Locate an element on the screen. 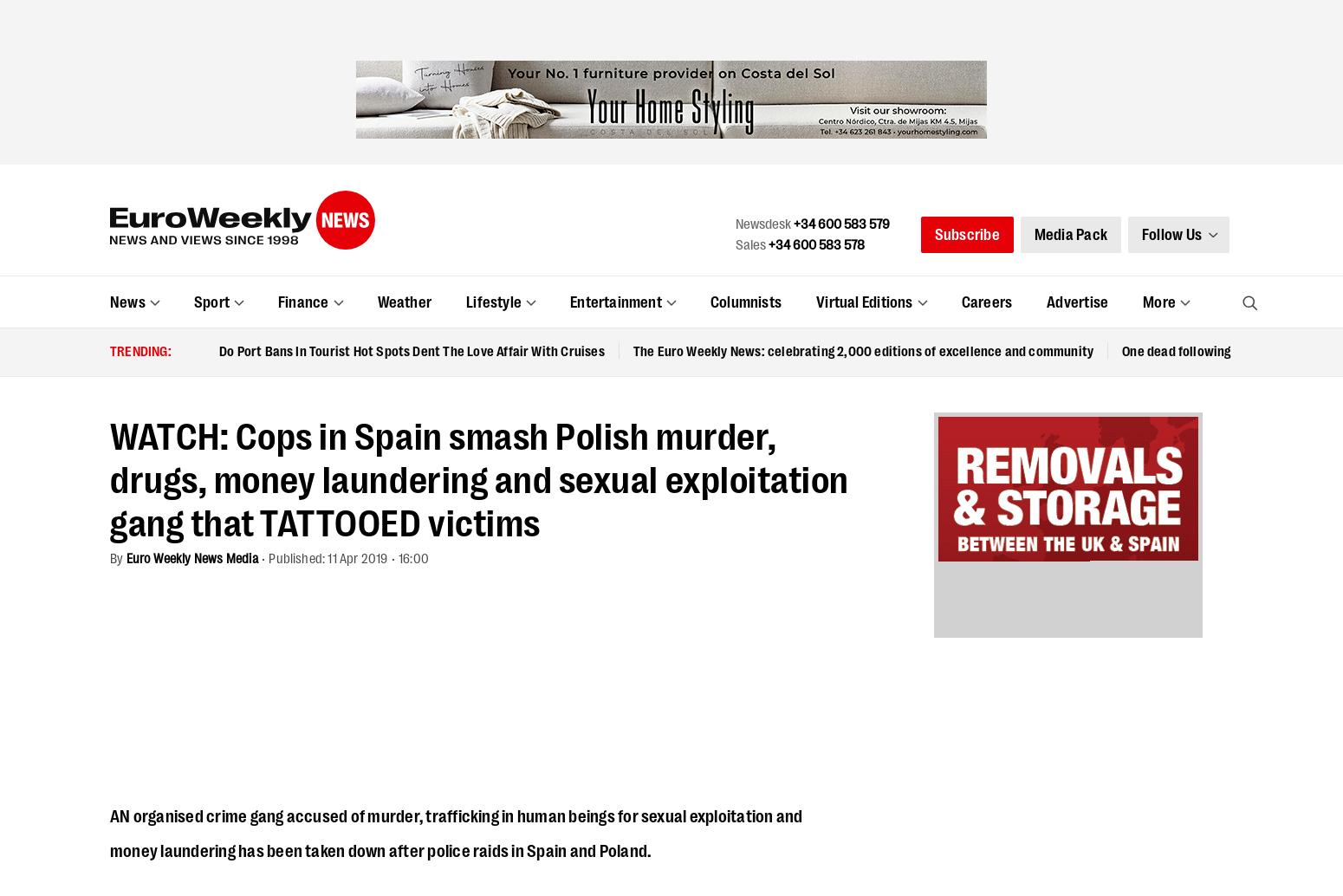 The image size is (1343, 896). 'Euro Weekly News Media' is located at coordinates (375, 413).